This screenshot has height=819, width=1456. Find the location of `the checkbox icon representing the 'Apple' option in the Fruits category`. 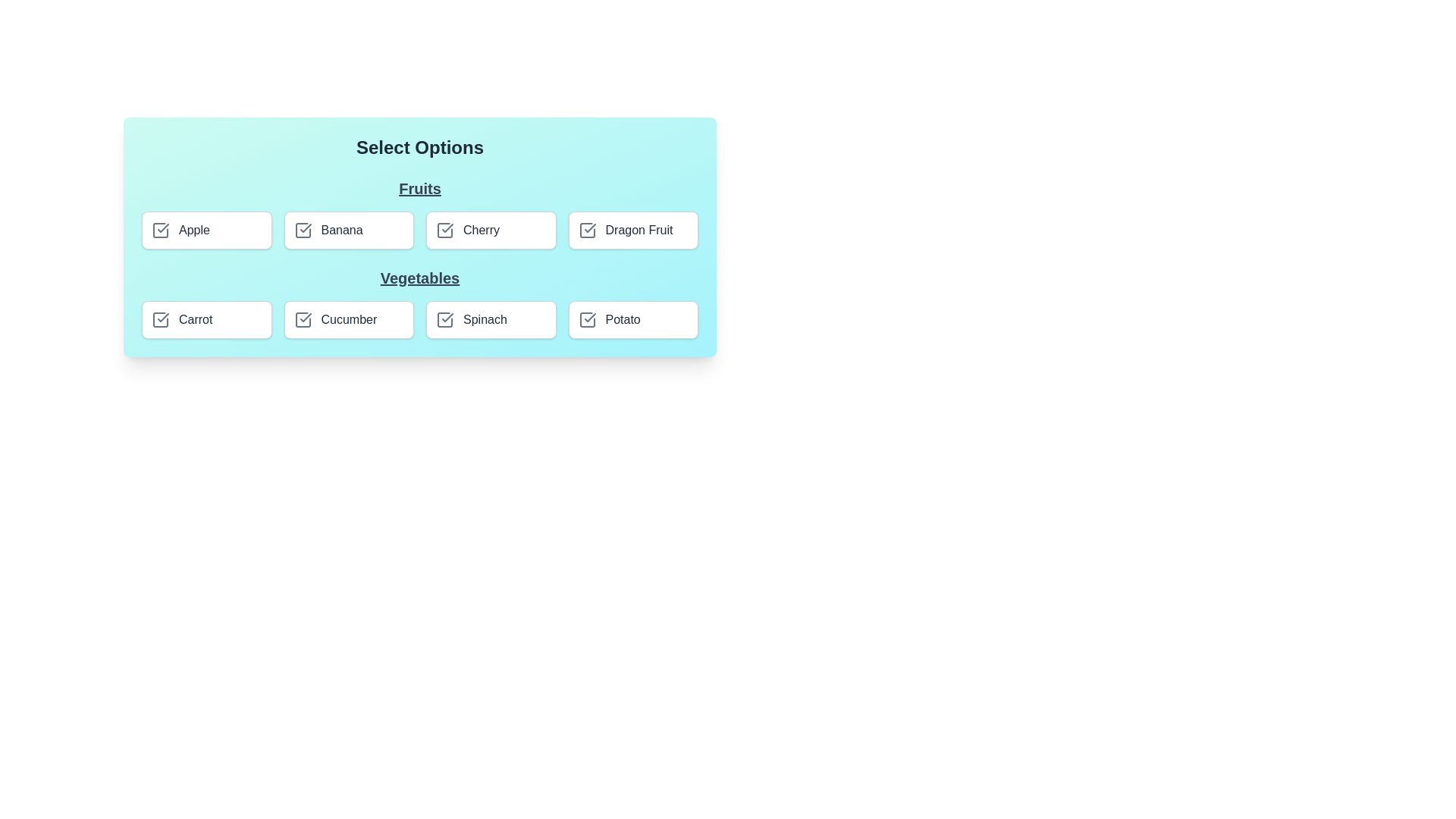

the checkbox icon representing the 'Apple' option in the Fruits category is located at coordinates (160, 231).